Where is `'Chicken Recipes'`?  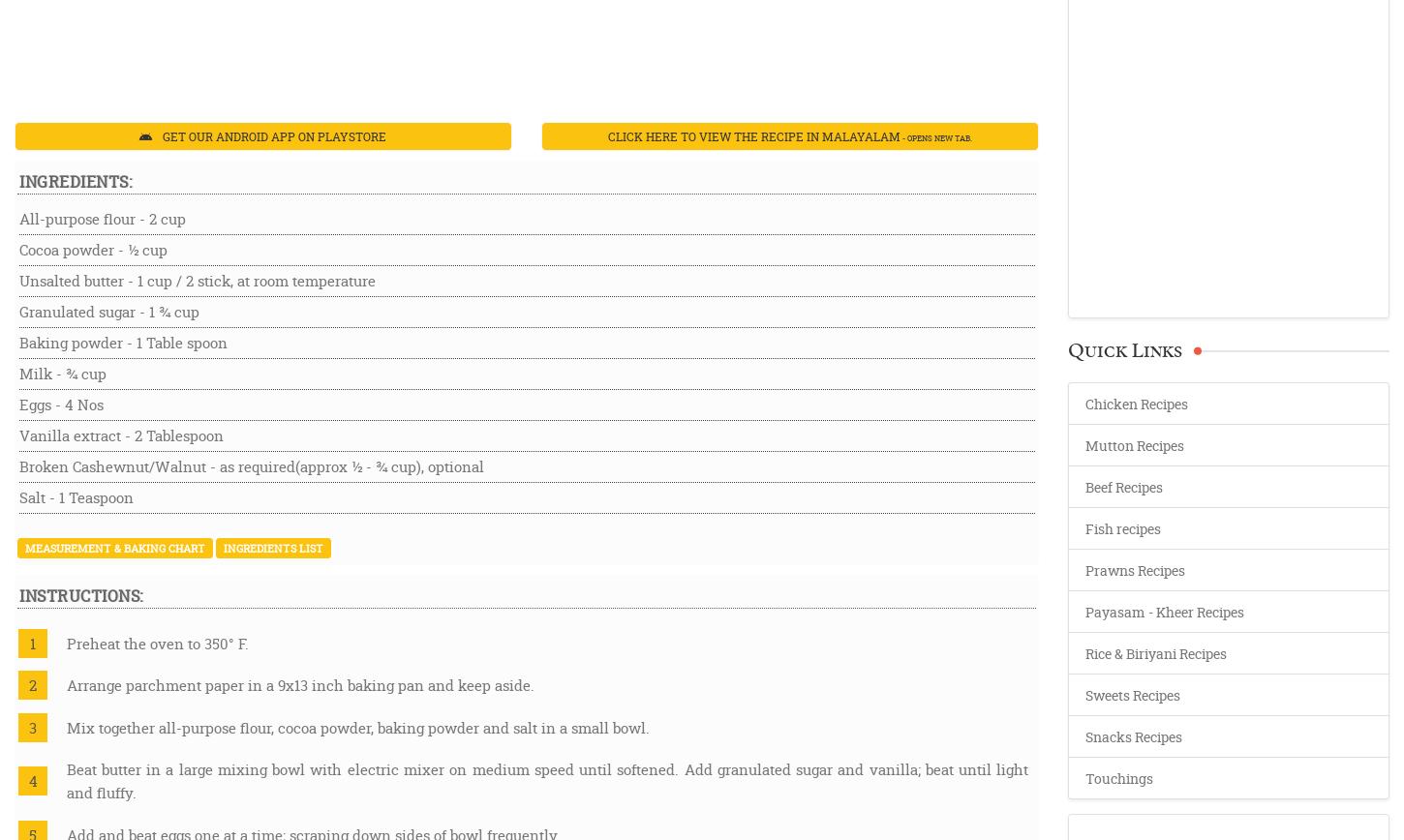 'Chicken Recipes' is located at coordinates (1136, 403).